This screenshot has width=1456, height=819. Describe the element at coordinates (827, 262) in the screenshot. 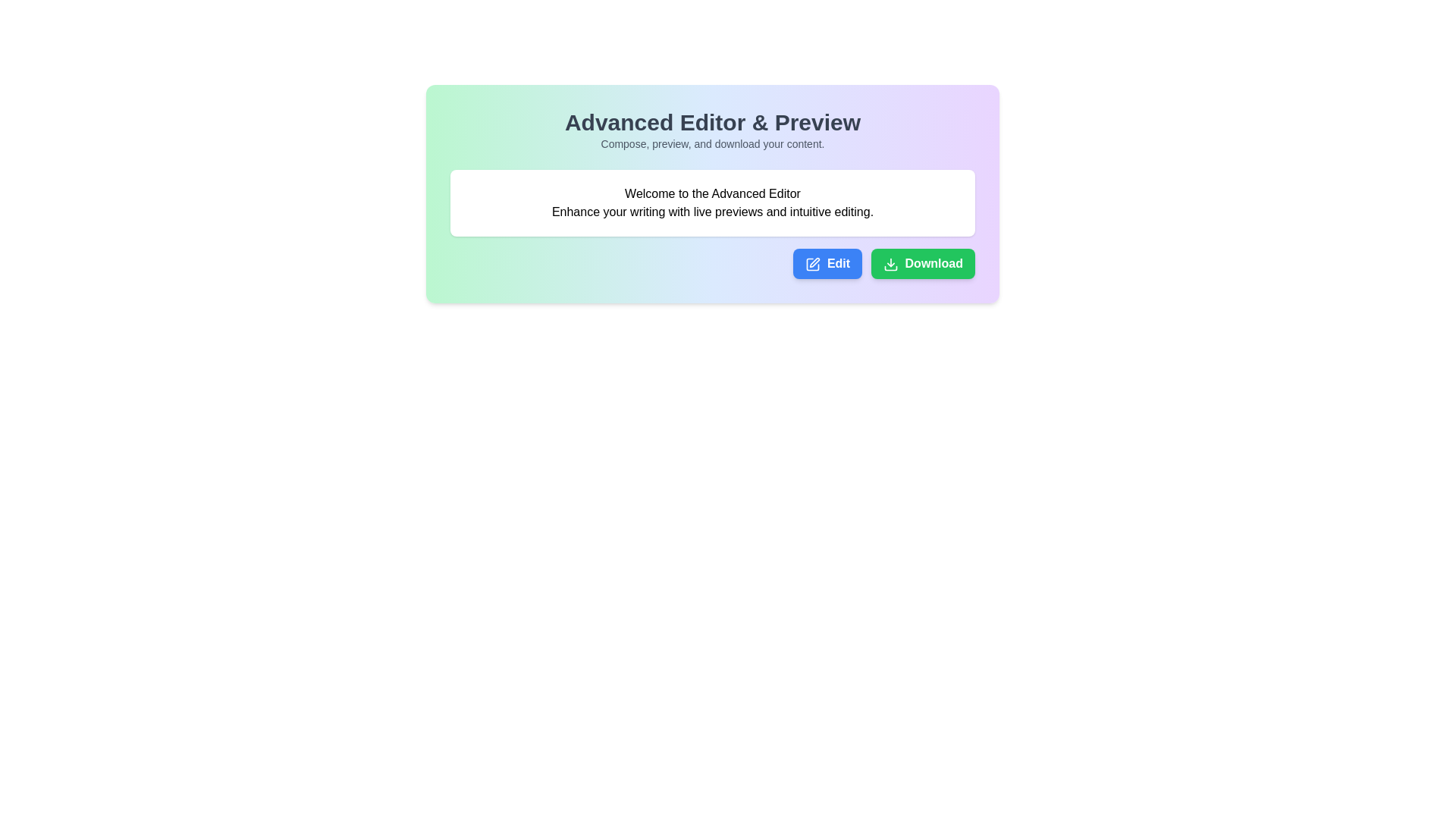

I see `the blue 'Edit' button with white text and a pencil icon, located to the left of the 'Download' button` at that location.